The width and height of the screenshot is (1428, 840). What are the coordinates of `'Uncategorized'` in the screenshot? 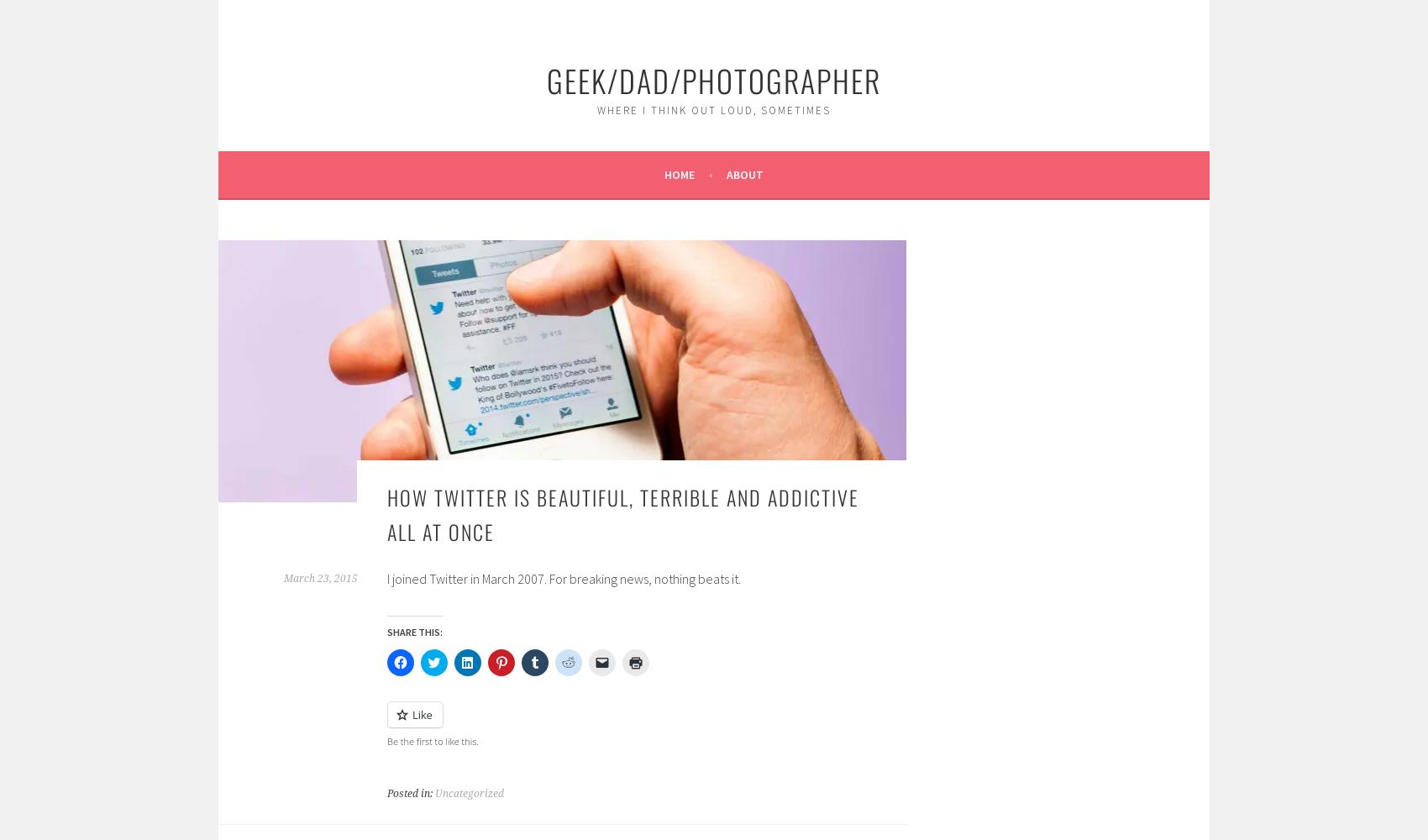 It's located at (468, 792).